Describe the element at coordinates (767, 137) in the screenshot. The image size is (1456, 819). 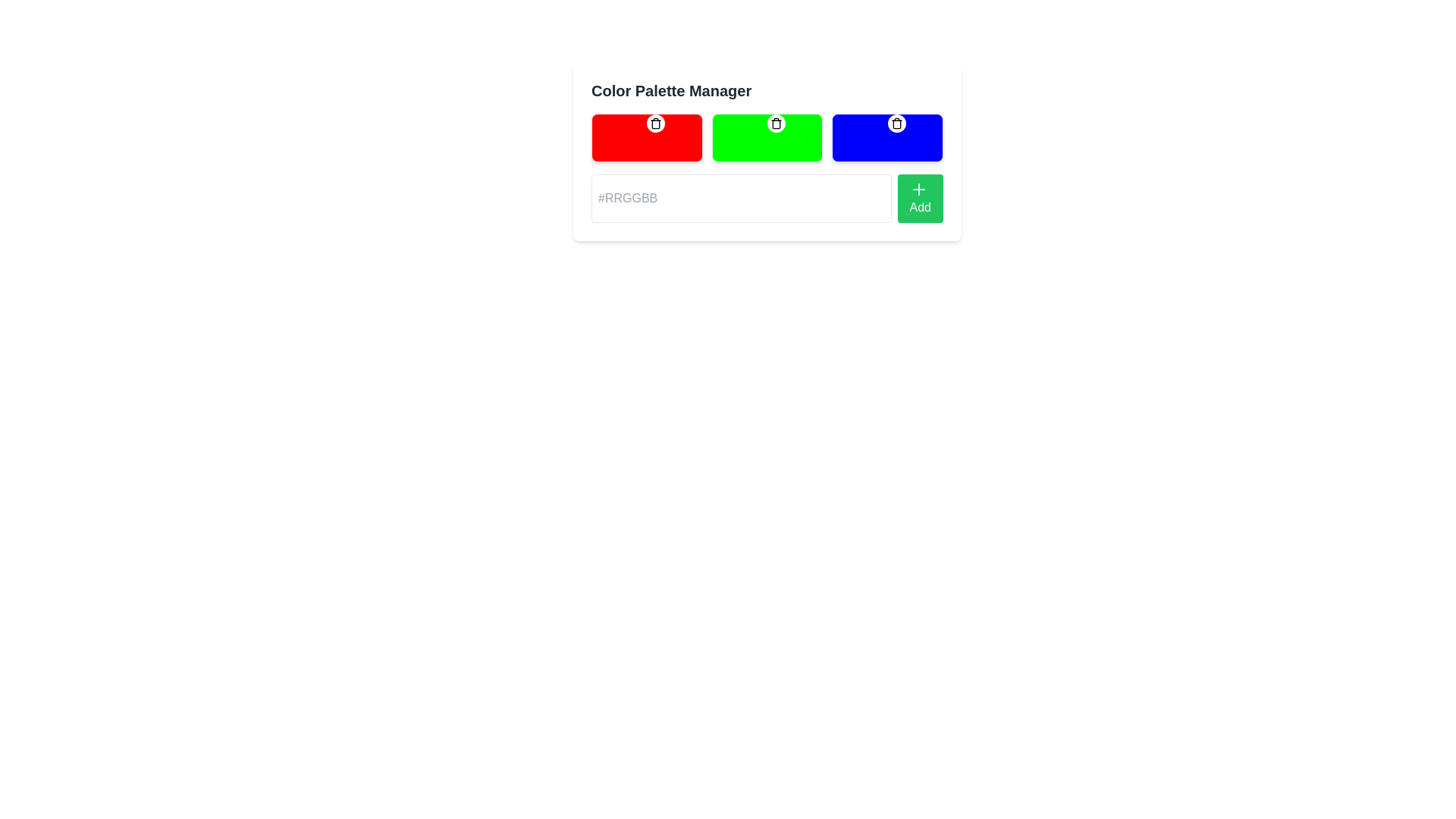
I see `the color display card with a delete button, which is the second item in a grid of three colored rectangles, indicating it supports removal functionality` at that location.